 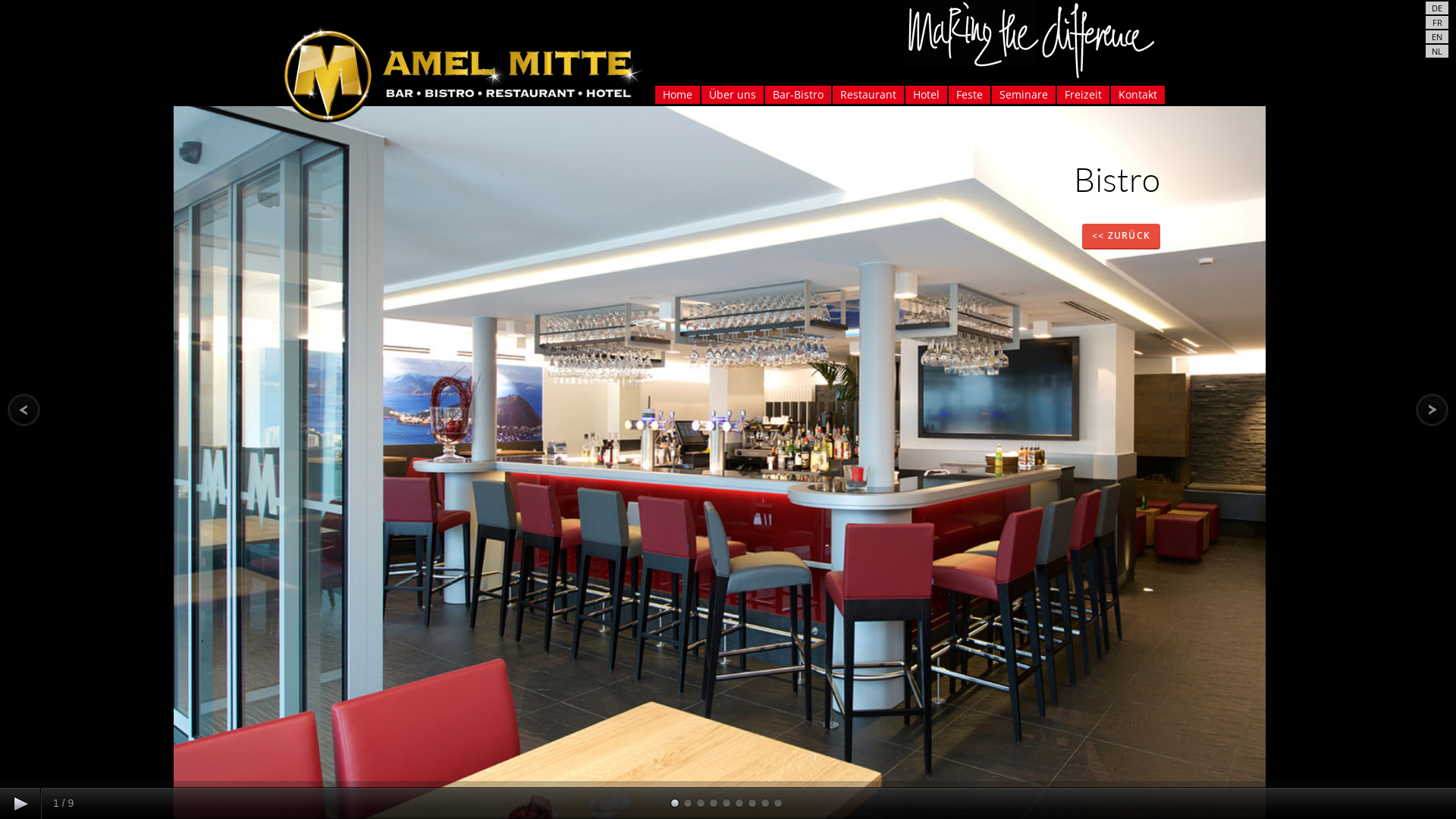 I want to click on 'Feste', so click(x=946, y=94).